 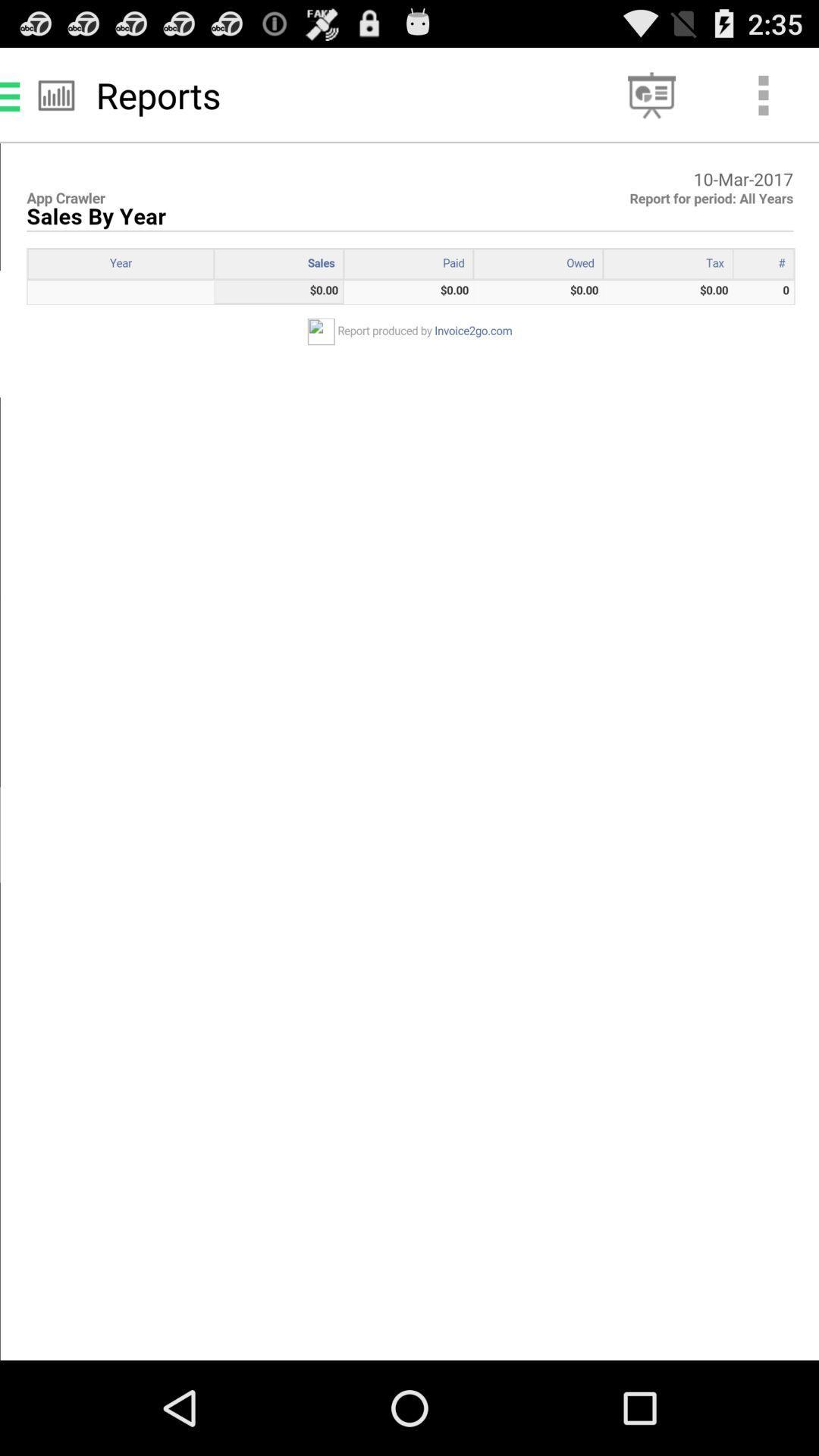 I want to click on description image, so click(x=409, y=752).